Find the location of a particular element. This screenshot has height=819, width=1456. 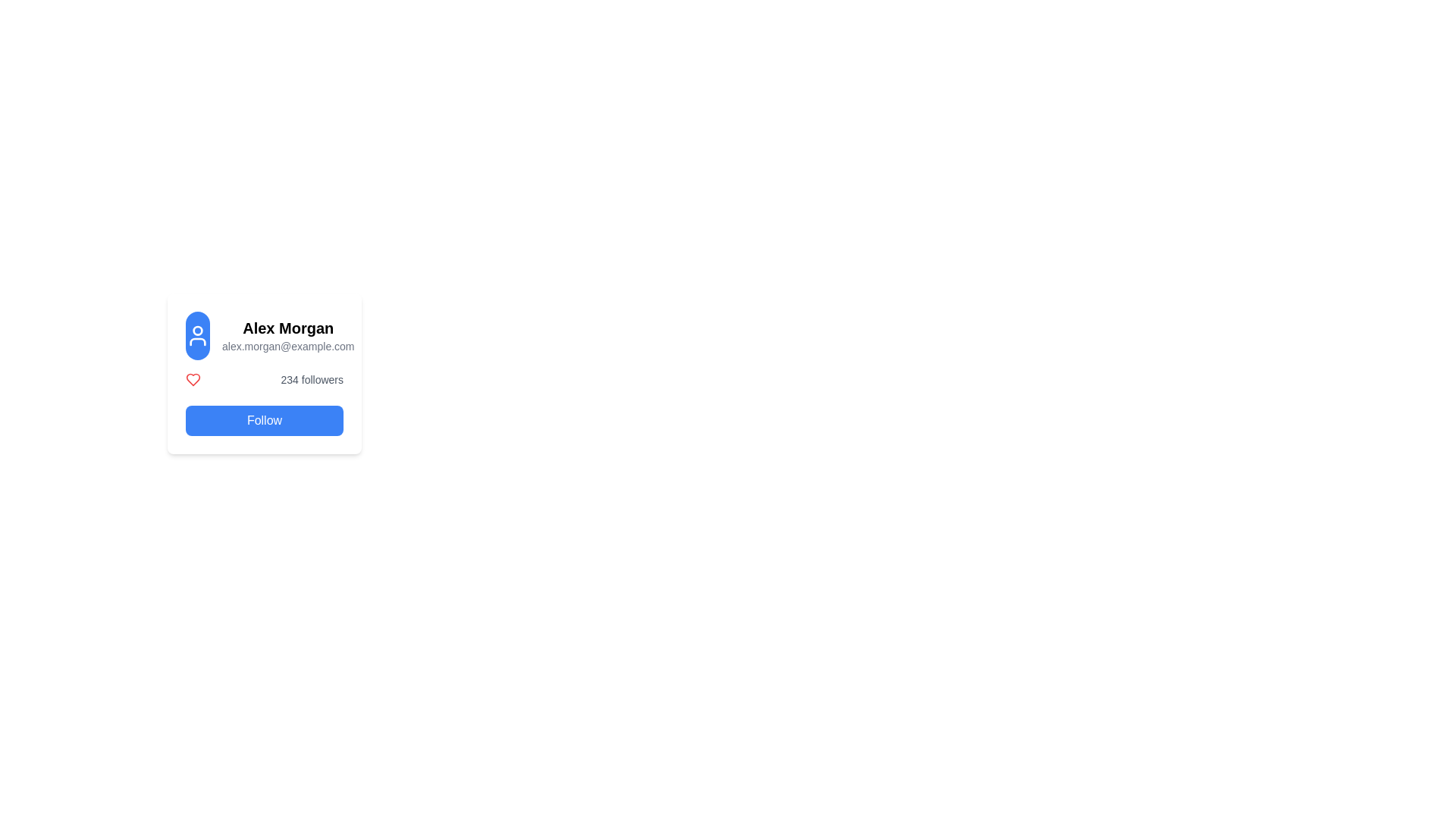

the blue rectangular 'Follow' button with white text centered on it, located below the follower count and heart icon is located at coordinates (265, 421).